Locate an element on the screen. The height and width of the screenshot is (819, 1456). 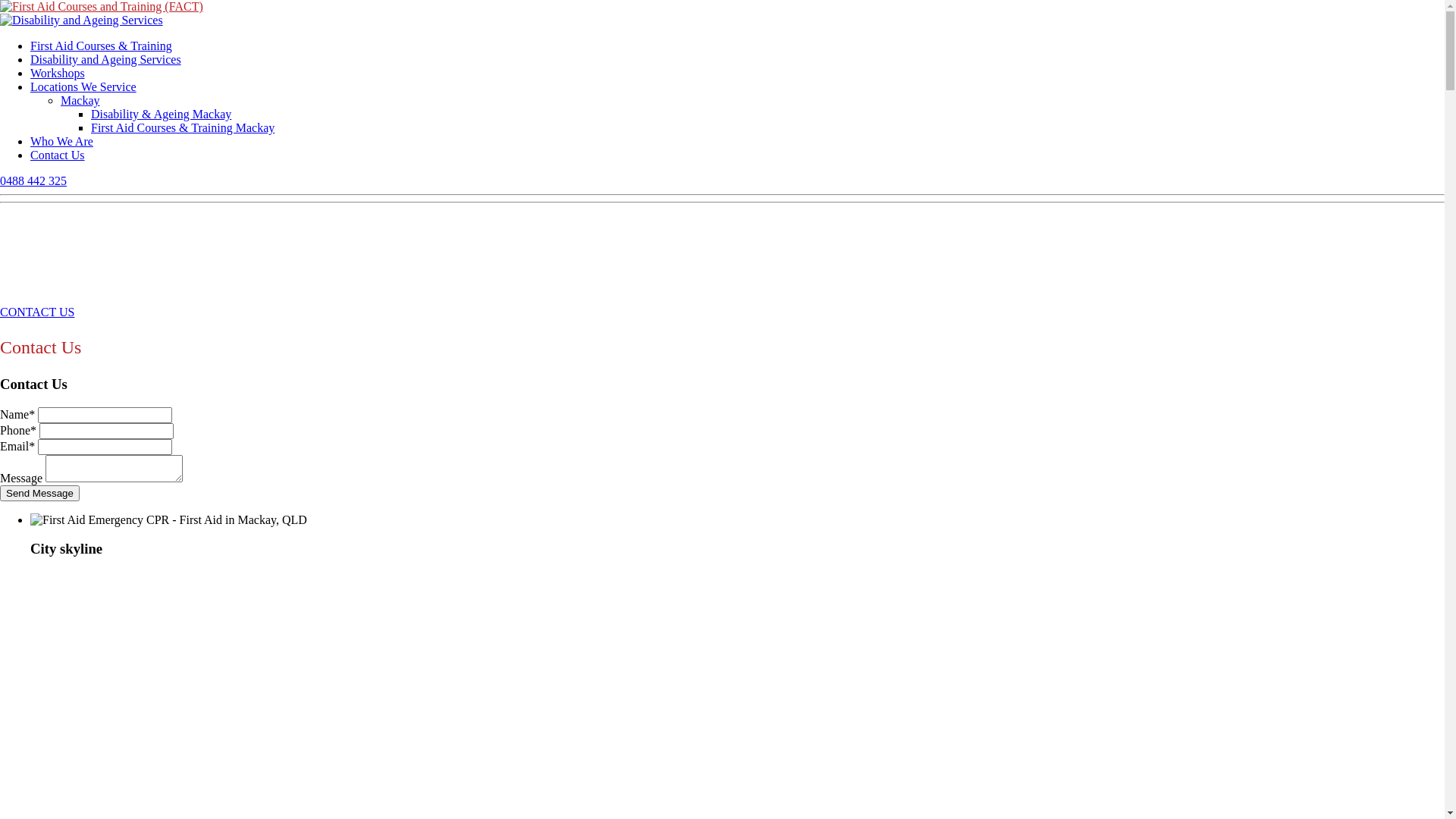
'Disability and Ageing Services' is located at coordinates (105, 58).